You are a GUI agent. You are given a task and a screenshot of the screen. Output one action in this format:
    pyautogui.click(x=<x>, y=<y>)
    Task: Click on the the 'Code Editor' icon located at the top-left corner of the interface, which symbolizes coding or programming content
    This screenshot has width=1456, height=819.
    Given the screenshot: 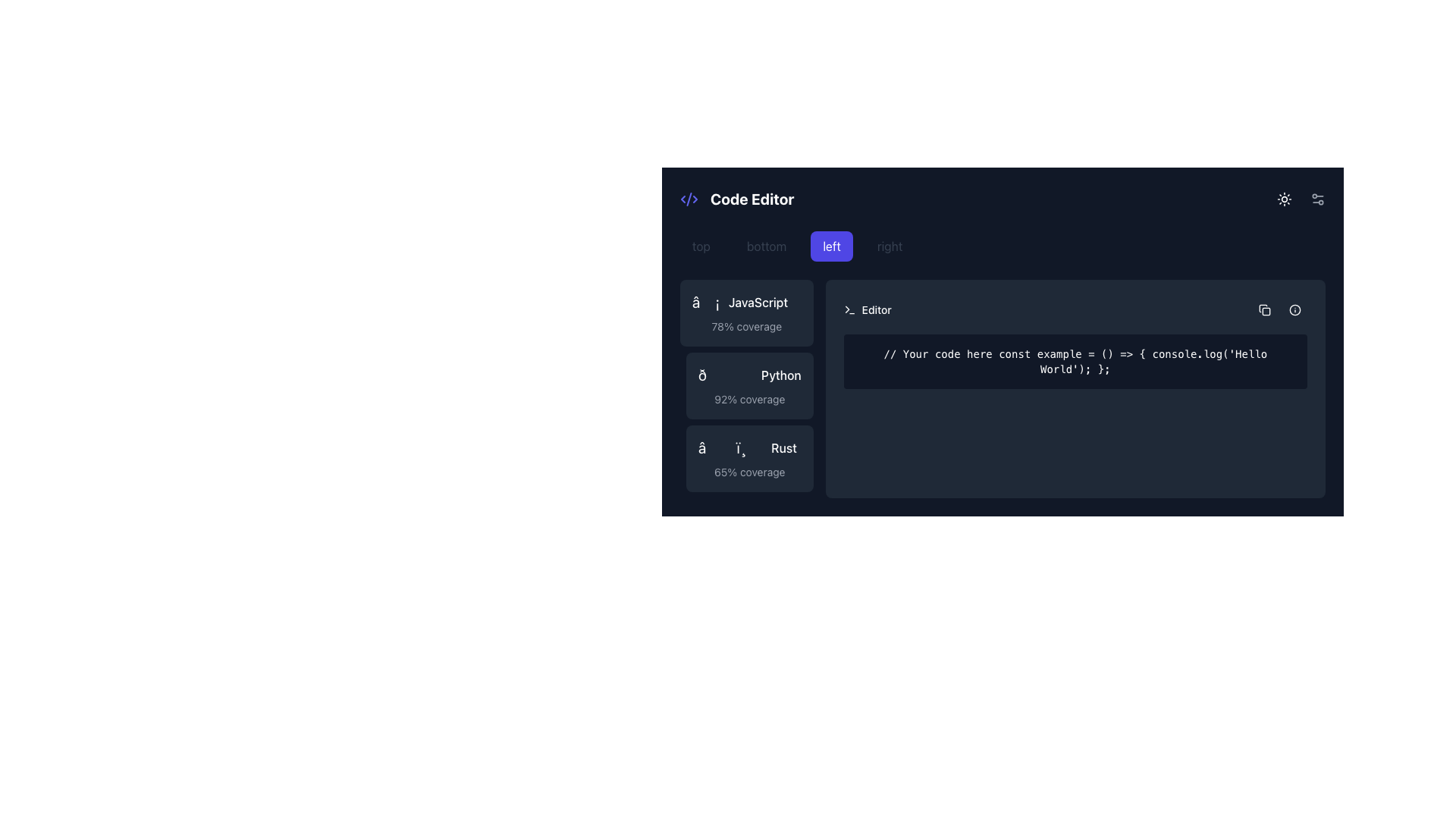 What is the action you would take?
    pyautogui.click(x=688, y=198)
    